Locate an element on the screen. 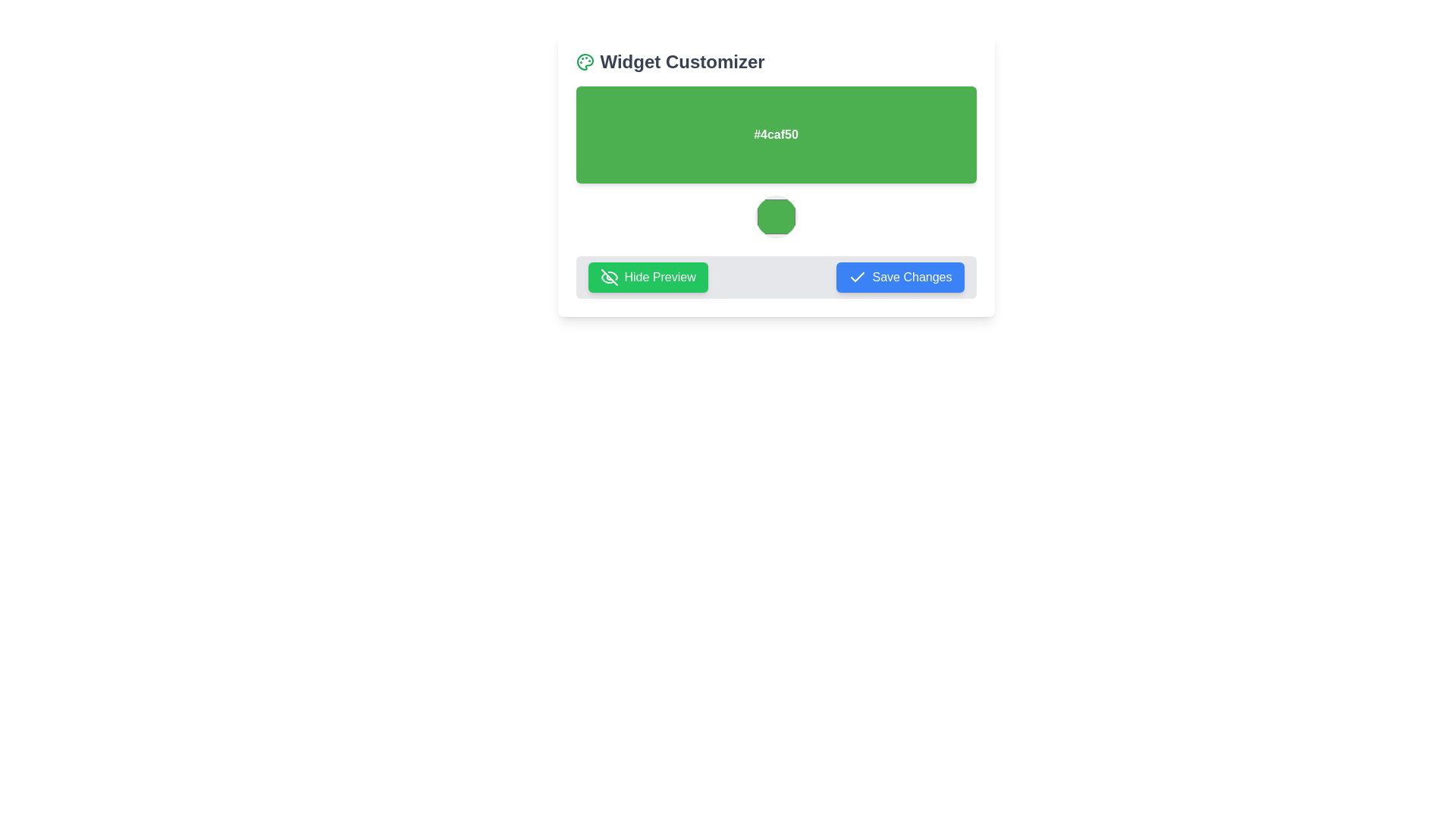 Image resolution: width=1456 pixels, height=819 pixels. the decorative icon for the 'Widget Customizer' section, which is located on the left side of the header and symbolizes customization is located at coordinates (584, 61).